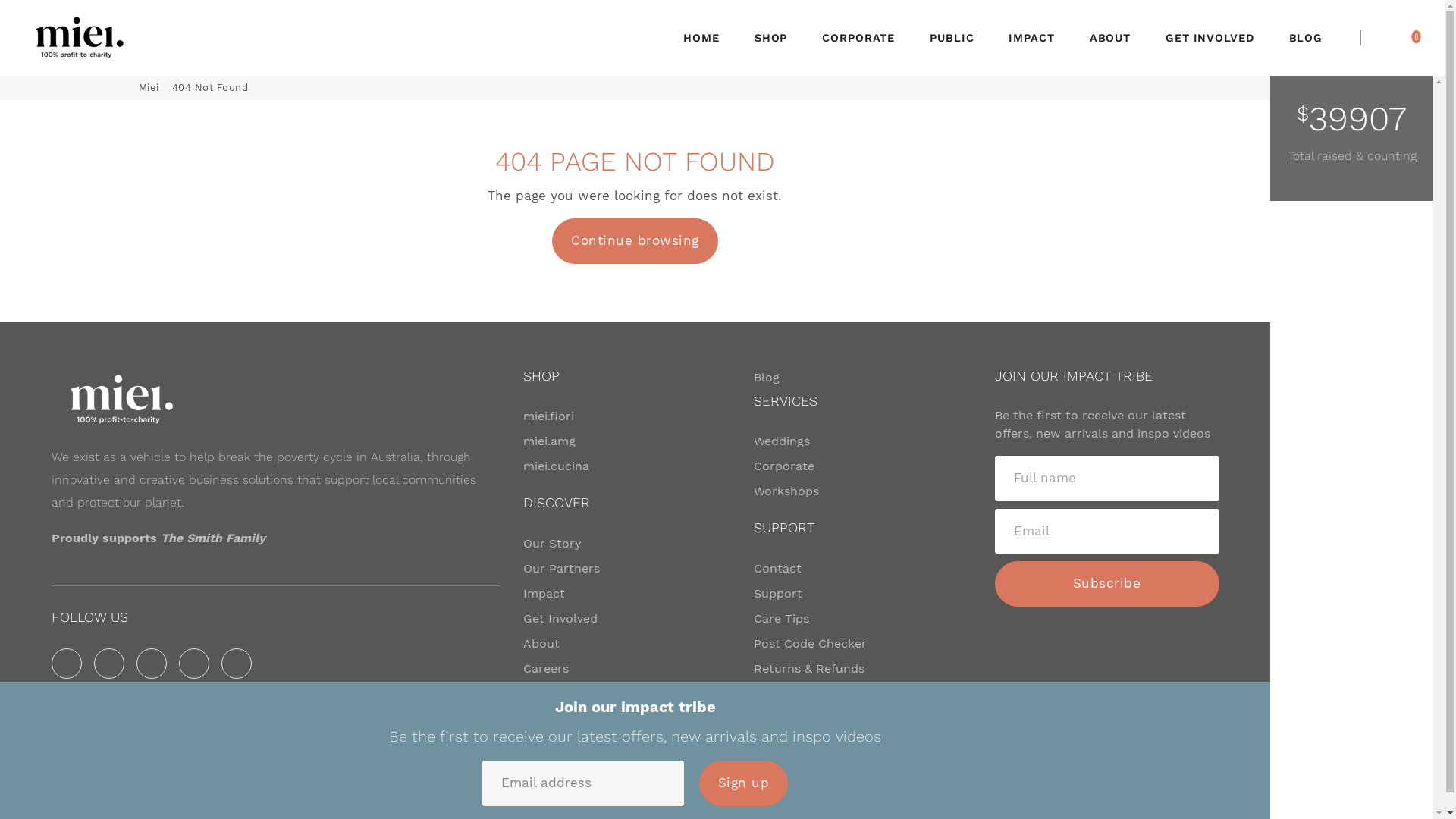 This screenshot has height=819, width=1456. Describe the element at coordinates (950, 37) in the screenshot. I see `'PUBLIC'` at that location.